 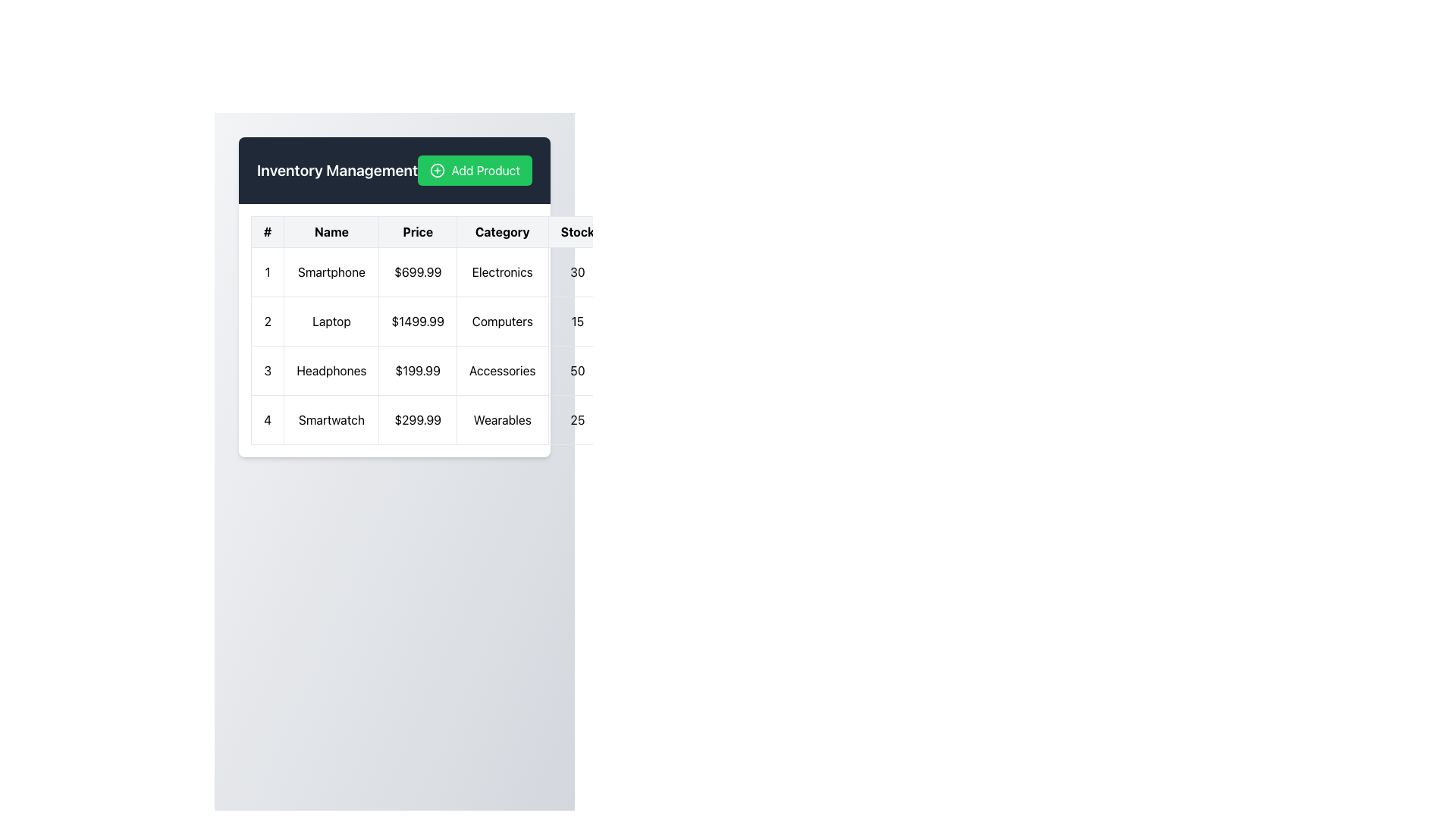 I want to click on text from the Table Header Cell, which is the first cell in the row and provides row numbering for the data below, so click(x=268, y=231).